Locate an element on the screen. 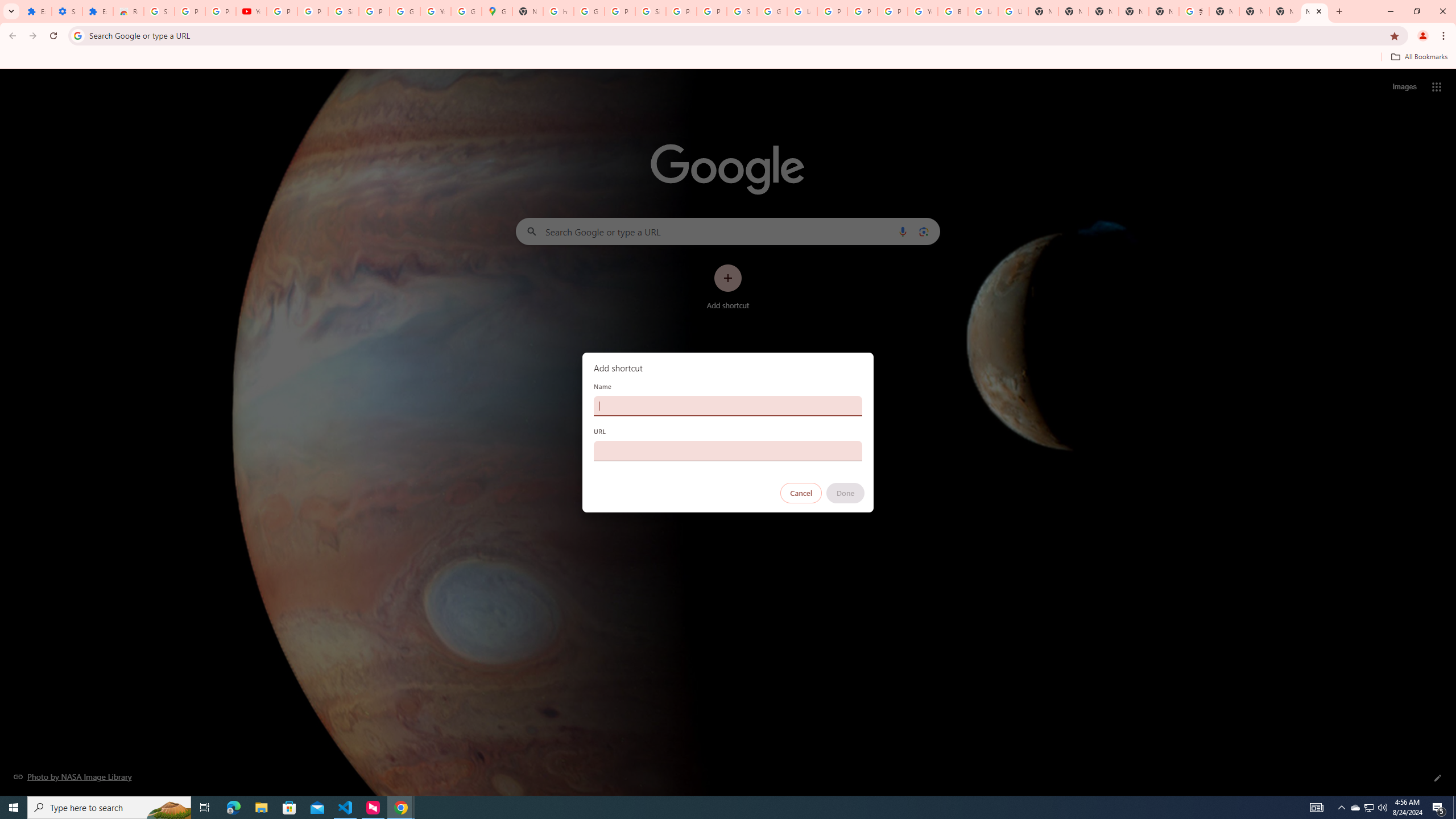  'Done' is located at coordinates (846, 493).